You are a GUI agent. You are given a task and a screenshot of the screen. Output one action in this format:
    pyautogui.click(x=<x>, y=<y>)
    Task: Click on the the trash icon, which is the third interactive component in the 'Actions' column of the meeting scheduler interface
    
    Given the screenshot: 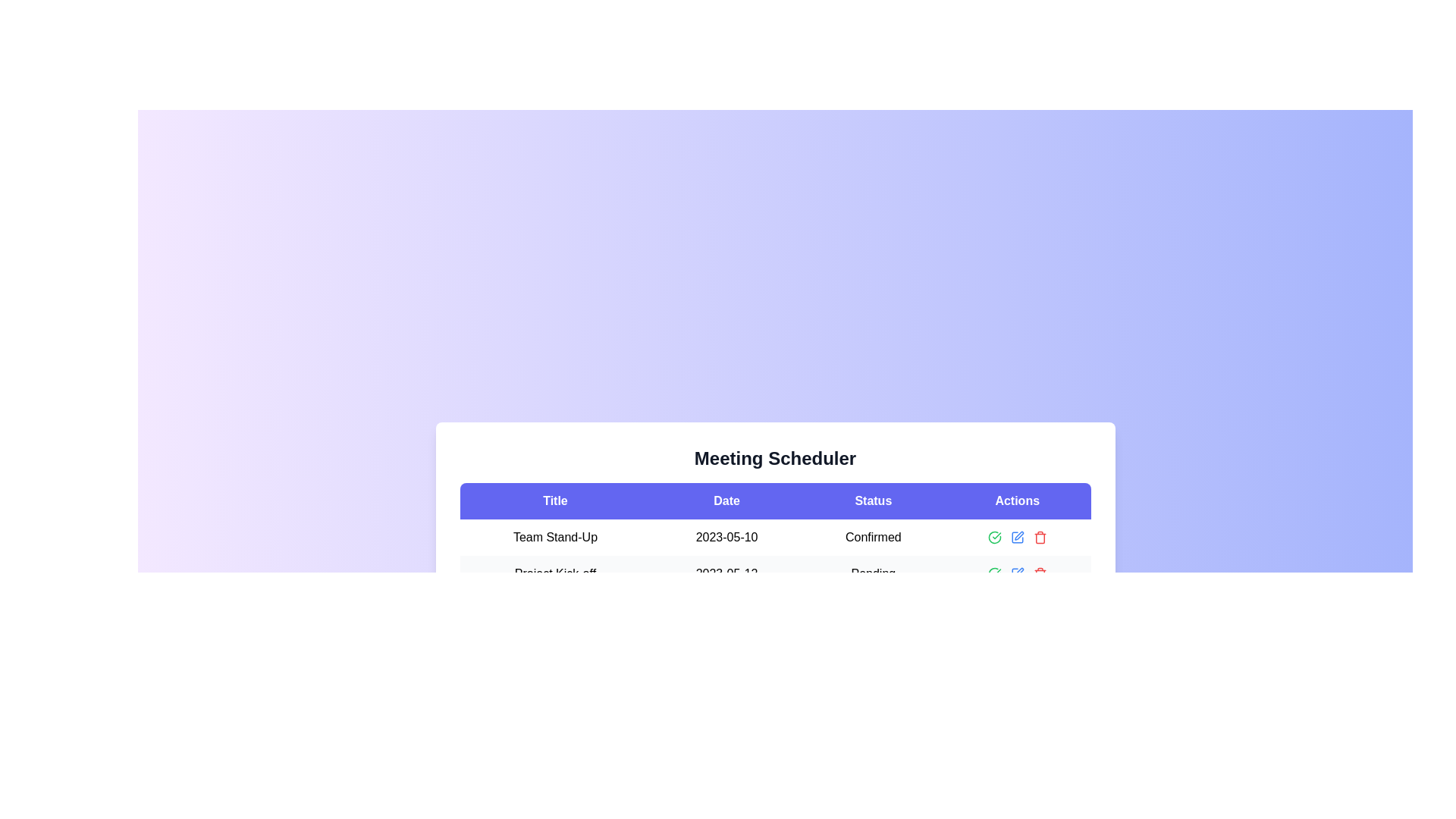 What is the action you would take?
    pyautogui.click(x=1039, y=537)
    